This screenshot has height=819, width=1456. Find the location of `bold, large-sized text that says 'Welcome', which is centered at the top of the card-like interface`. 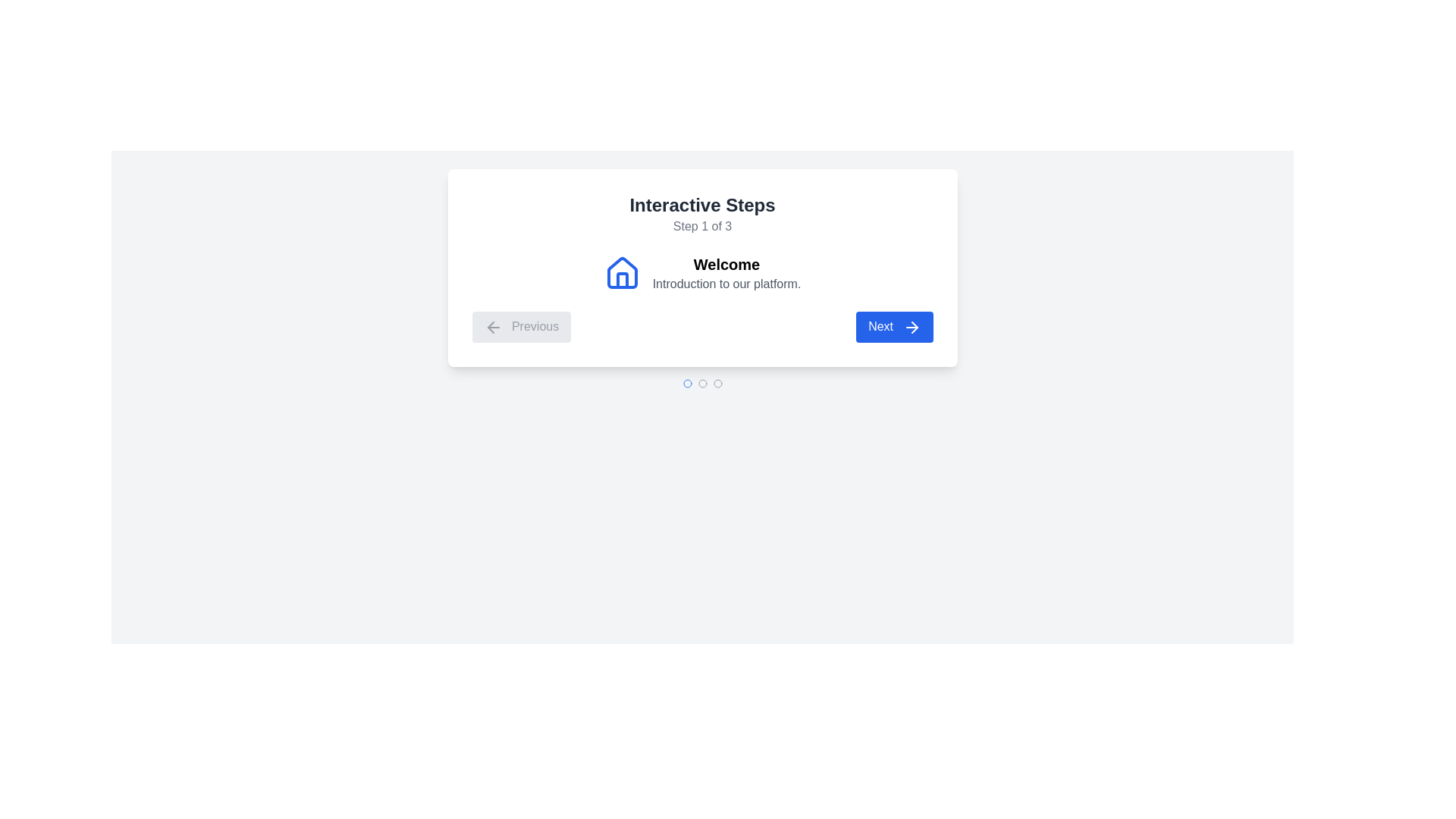

bold, large-sized text that says 'Welcome', which is centered at the top of the card-like interface is located at coordinates (726, 263).